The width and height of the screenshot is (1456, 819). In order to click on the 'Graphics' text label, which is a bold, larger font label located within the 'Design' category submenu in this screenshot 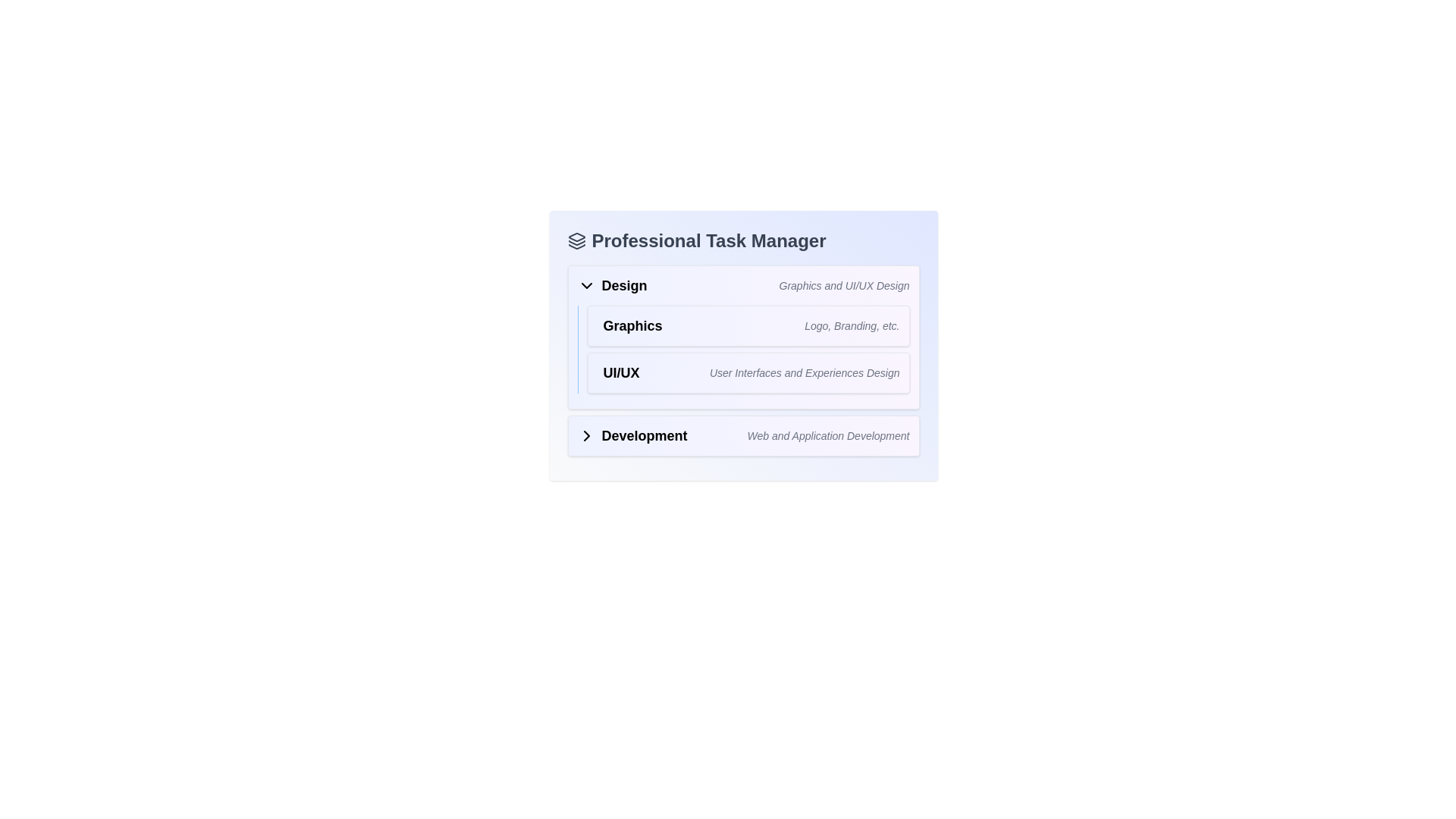, I will do `click(632, 325)`.